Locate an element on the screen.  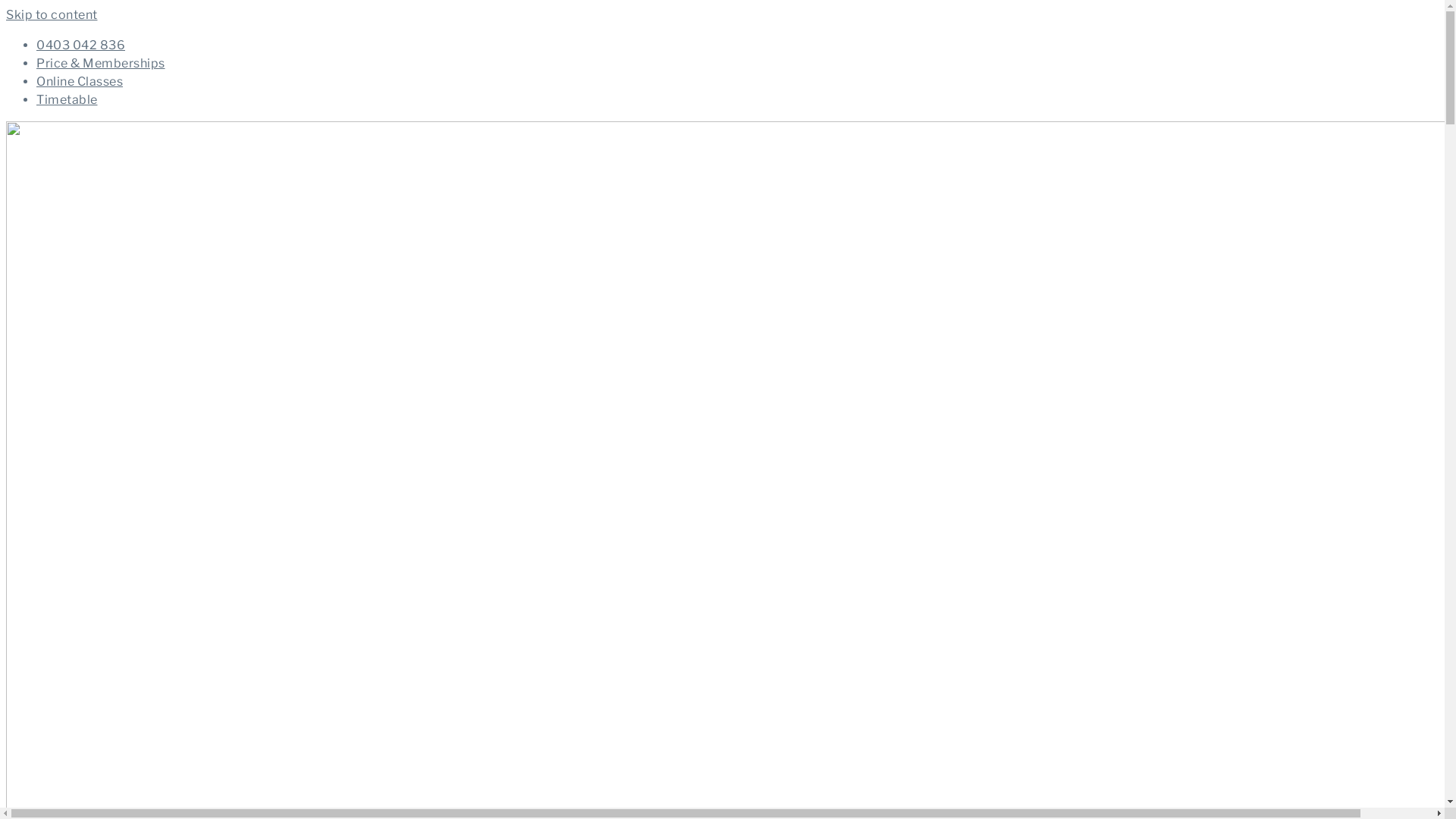
'Skip to content' is located at coordinates (52, 14).